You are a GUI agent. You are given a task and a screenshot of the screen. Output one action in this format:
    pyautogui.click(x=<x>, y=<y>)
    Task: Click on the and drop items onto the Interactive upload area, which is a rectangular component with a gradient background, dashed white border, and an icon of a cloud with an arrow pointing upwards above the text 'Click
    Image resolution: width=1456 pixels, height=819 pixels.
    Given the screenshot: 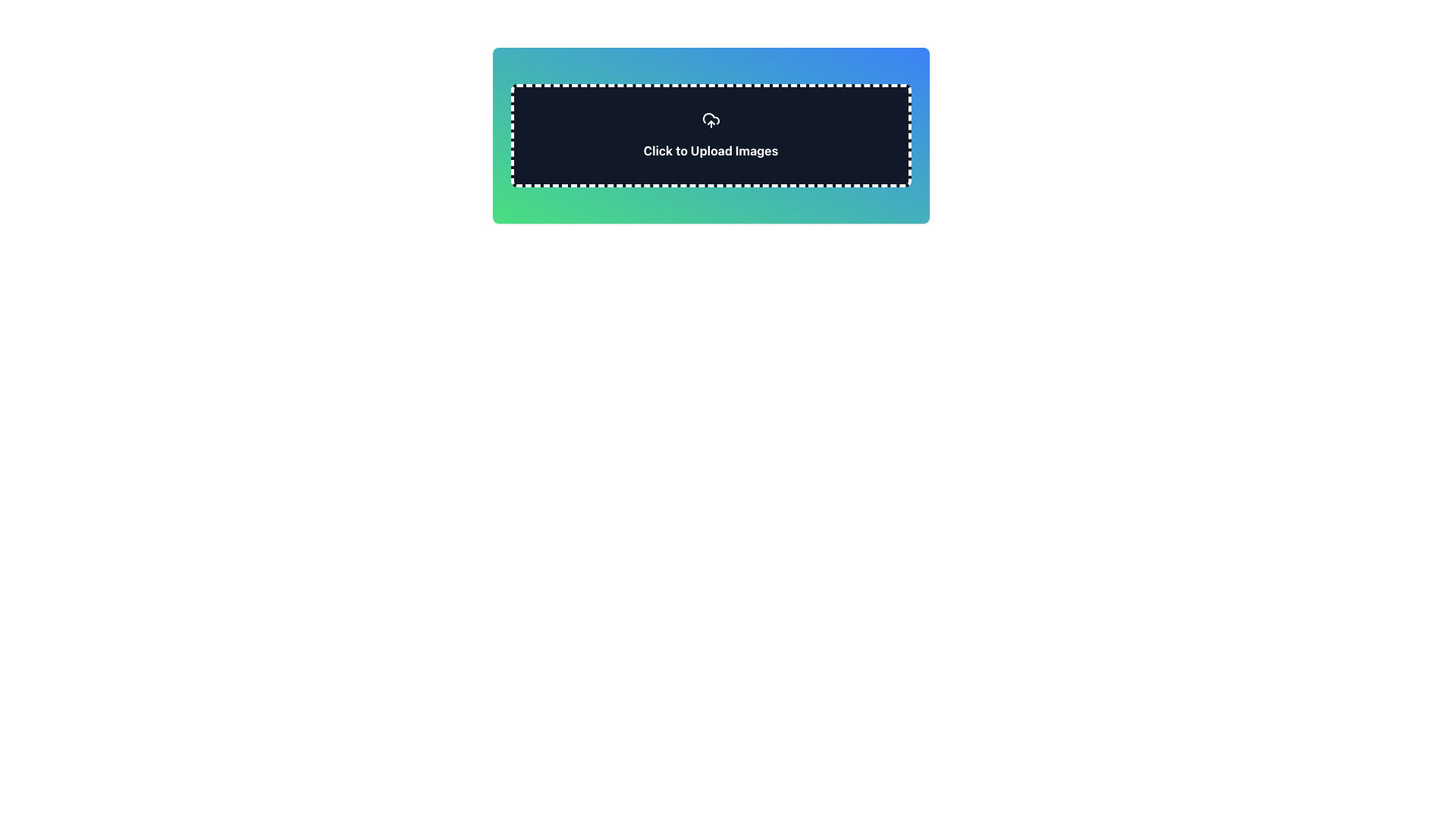 What is the action you would take?
    pyautogui.click(x=710, y=134)
    